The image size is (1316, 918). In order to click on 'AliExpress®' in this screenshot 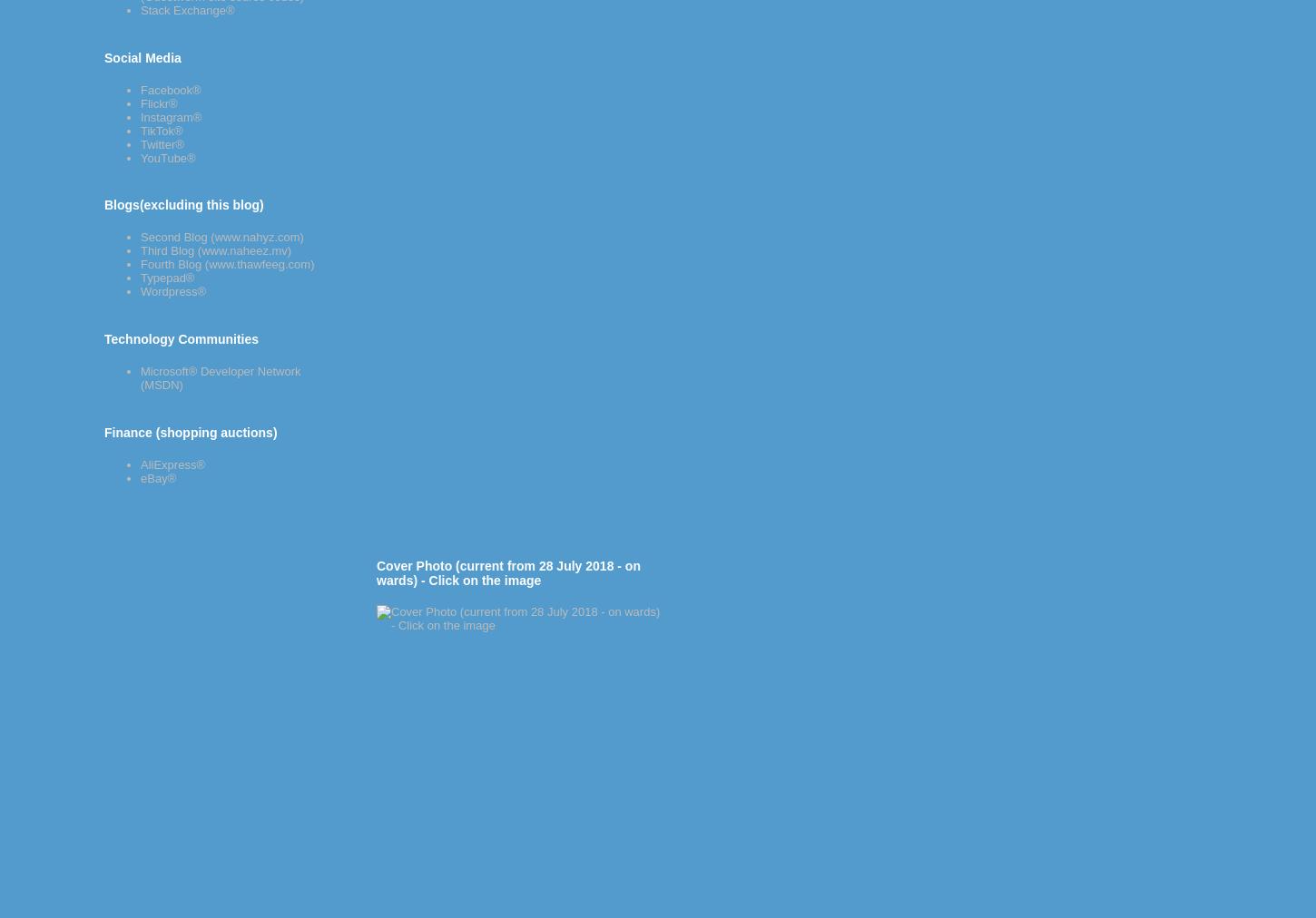, I will do `click(172, 463)`.